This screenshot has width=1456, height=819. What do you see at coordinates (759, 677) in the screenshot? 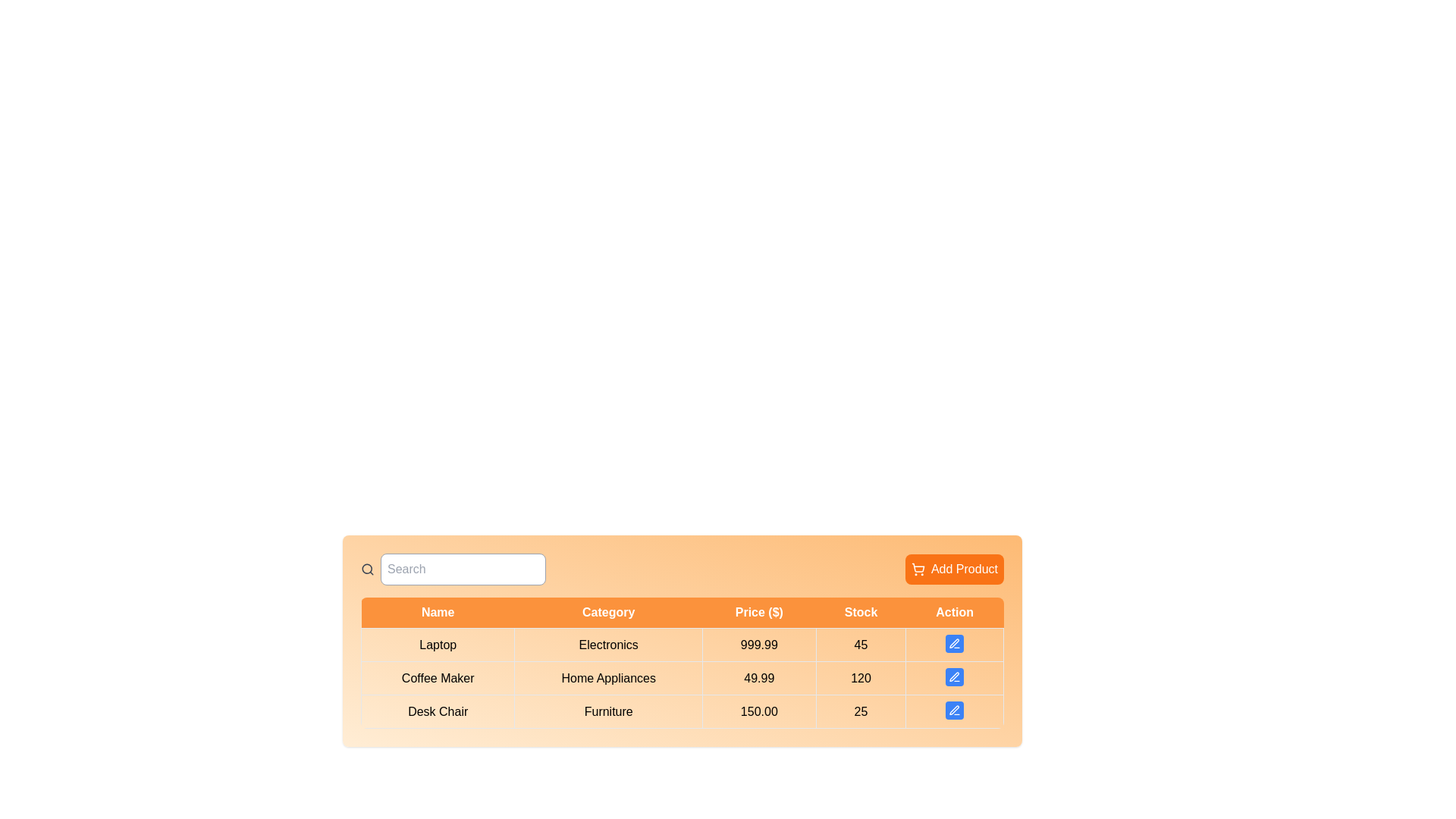
I see `price displayed in the text block showing '49.99' under the 'Price ($)' column in the second row of the table` at bounding box center [759, 677].